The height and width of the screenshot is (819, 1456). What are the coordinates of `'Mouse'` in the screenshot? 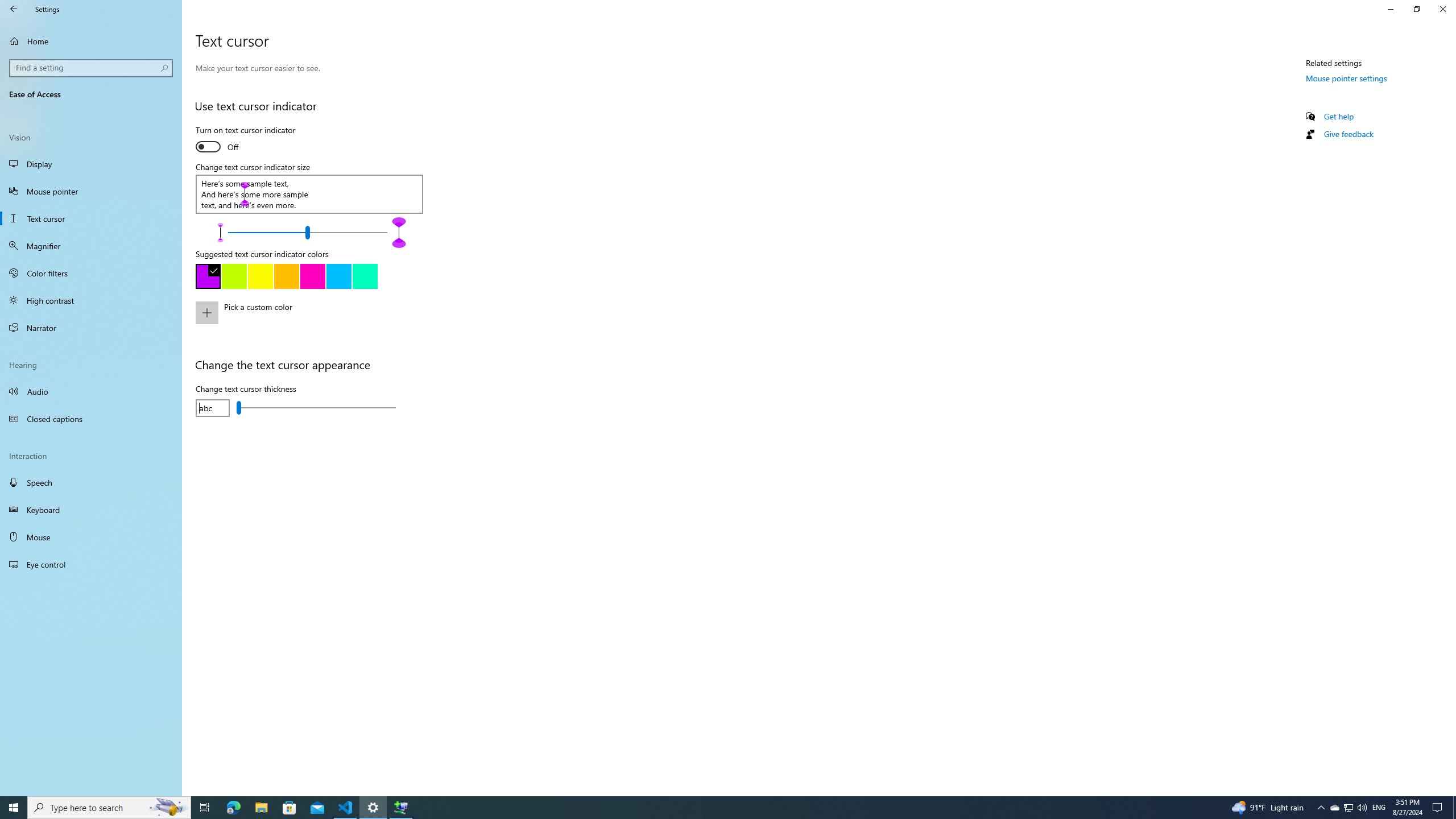 It's located at (90, 536).